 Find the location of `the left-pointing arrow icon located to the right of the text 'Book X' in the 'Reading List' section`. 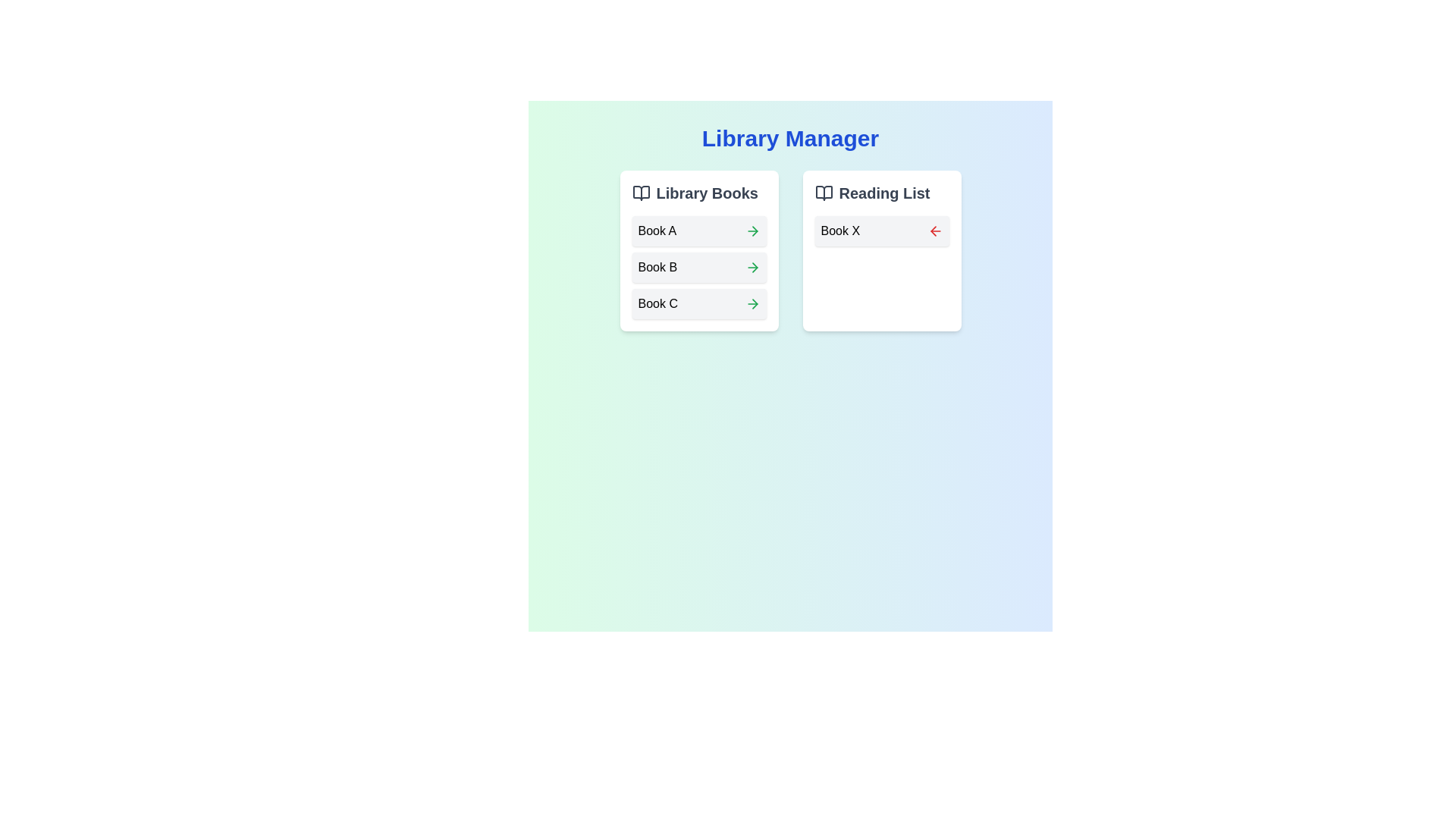

the left-pointing arrow icon located to the right of the text 'Book X' in the 'Reading List' section is located at coordinates (931, 231).